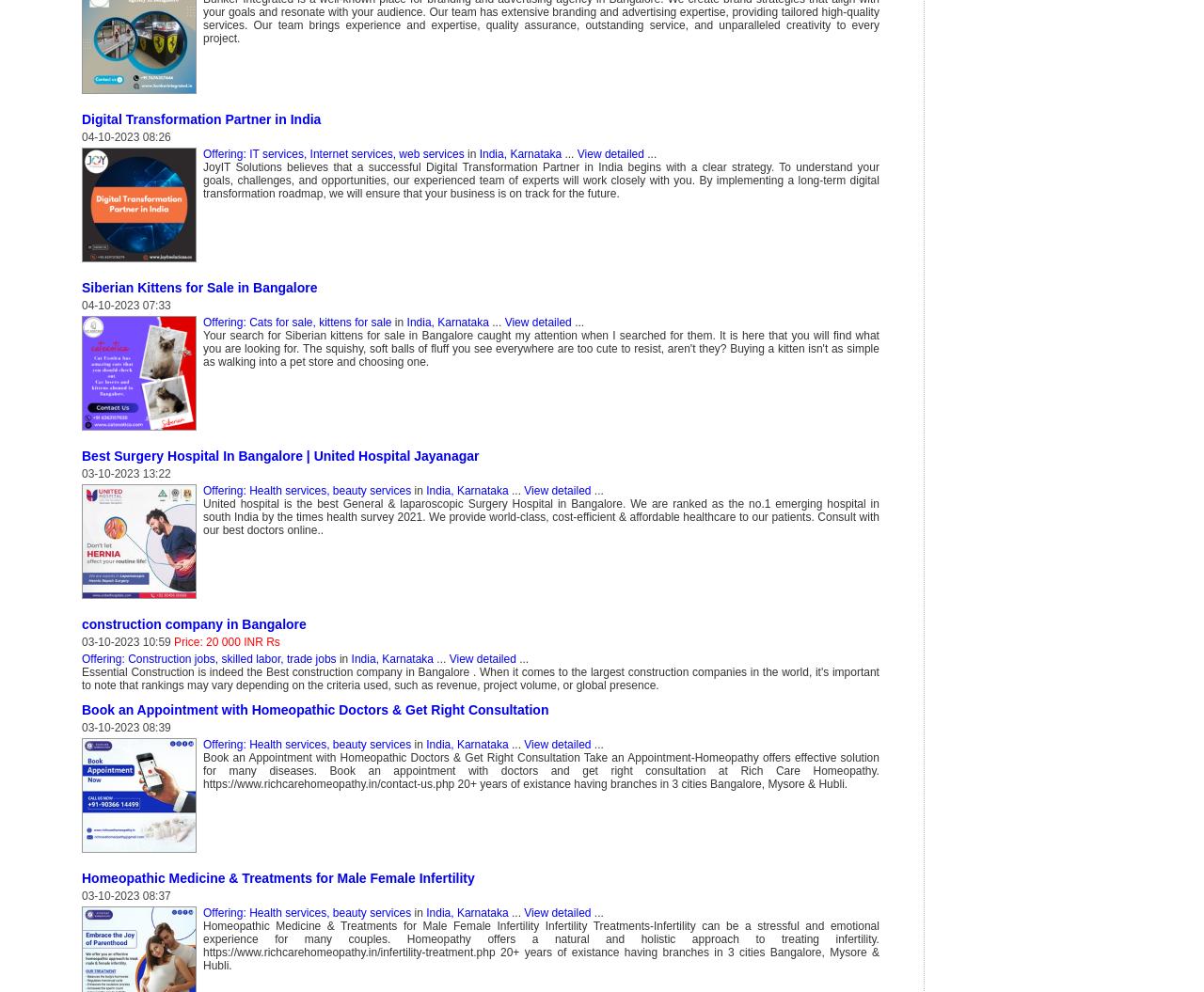 Image resolution: width=1204 pixels, height=992 pixels. Describe the element at coordinates (81, 709) in the screenshot. I see `'Book an Appointment with Homeopathic Doctors & Get Right Consultation'` at that location.